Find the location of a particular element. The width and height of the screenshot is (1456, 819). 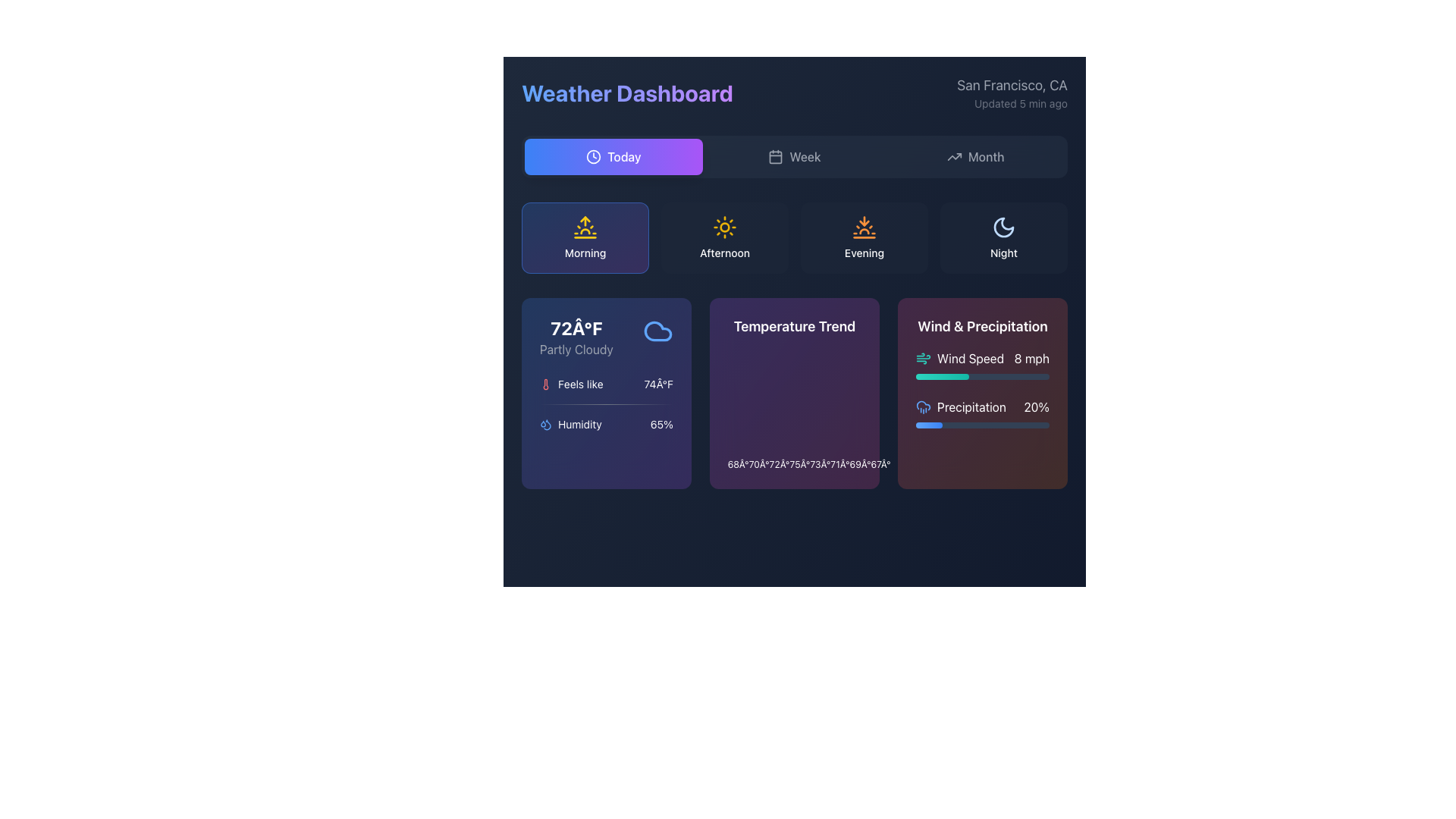

precipitation level is located at coordinates (1039, 376).